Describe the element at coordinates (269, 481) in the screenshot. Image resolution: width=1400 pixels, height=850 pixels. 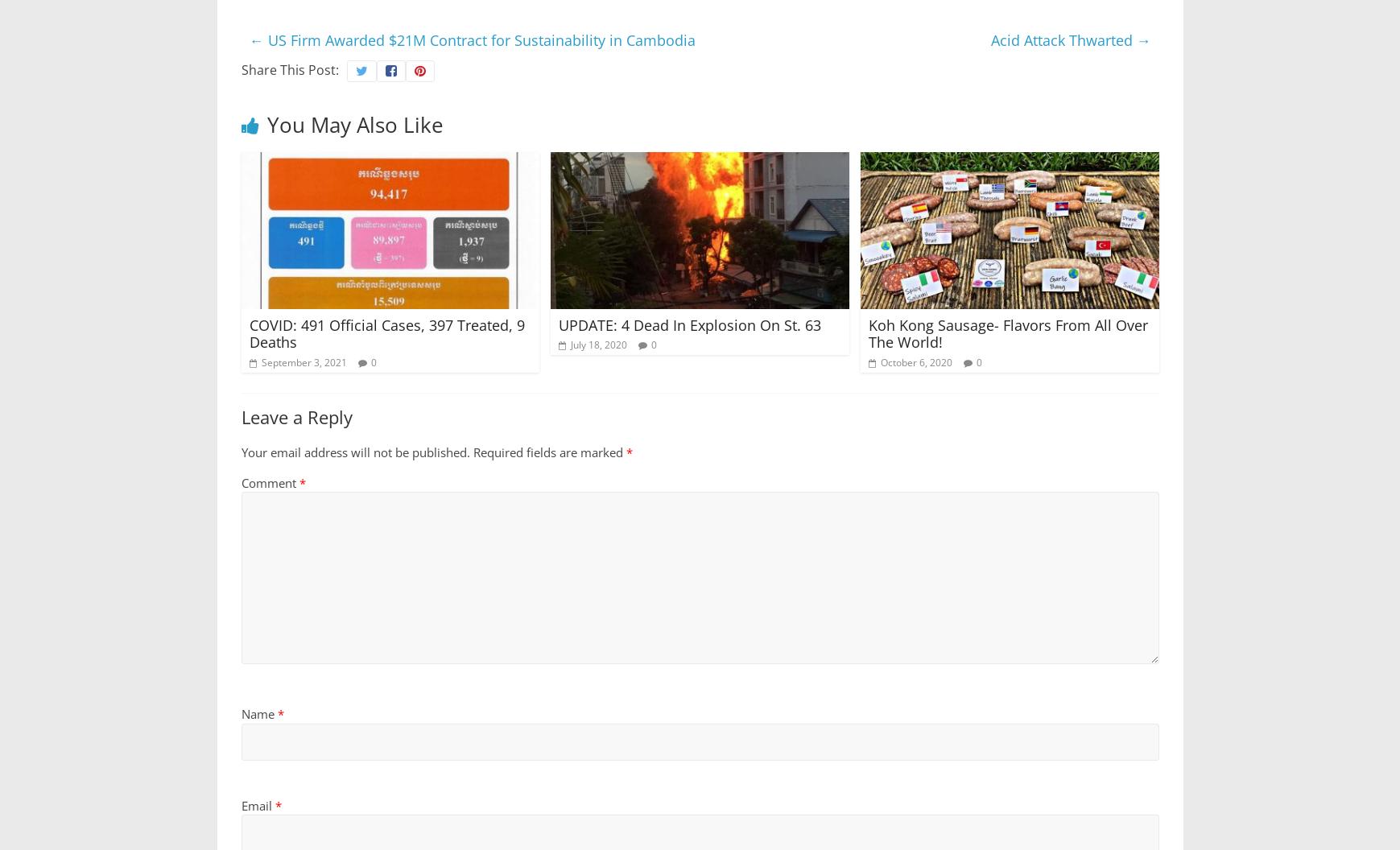
I see `'Comment'` at that location.